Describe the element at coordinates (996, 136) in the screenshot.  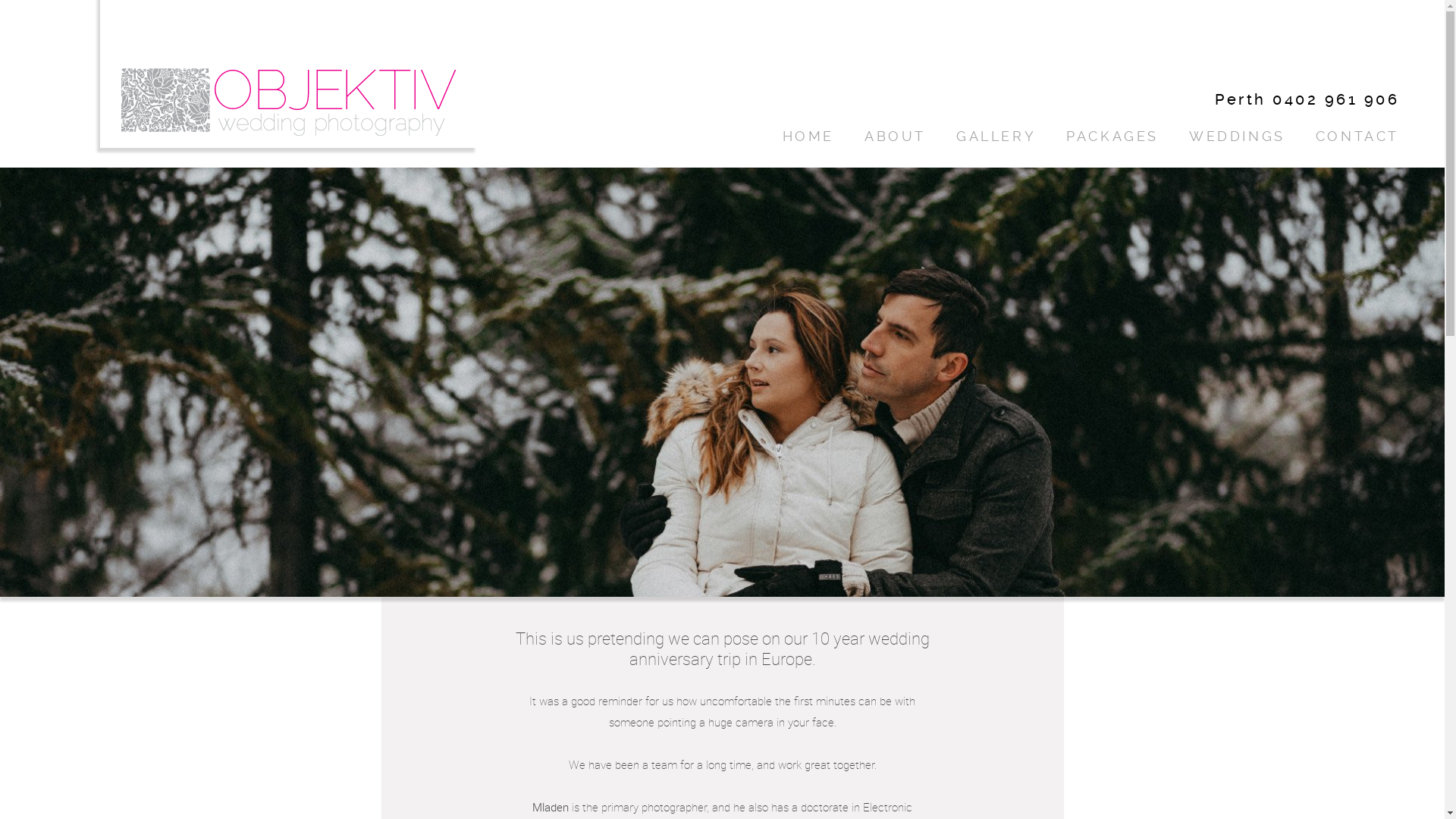
I see `'GALLERY'` at that location.